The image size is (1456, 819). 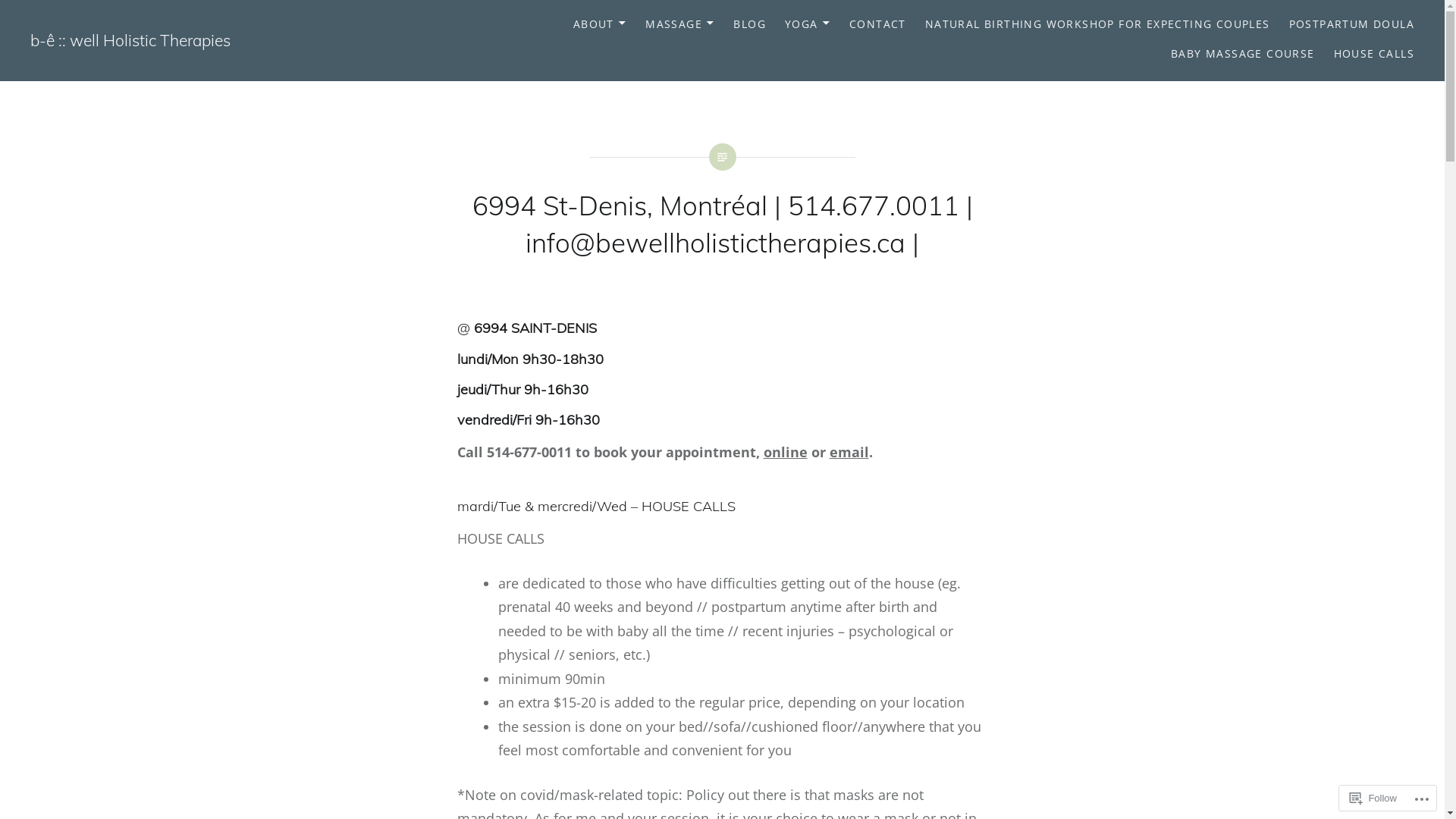 What do you see at coordinates (1170, 53) in the screenshot?
I see `'BABY MASSAGE COURSE'` at bounding box center [1170, 53].